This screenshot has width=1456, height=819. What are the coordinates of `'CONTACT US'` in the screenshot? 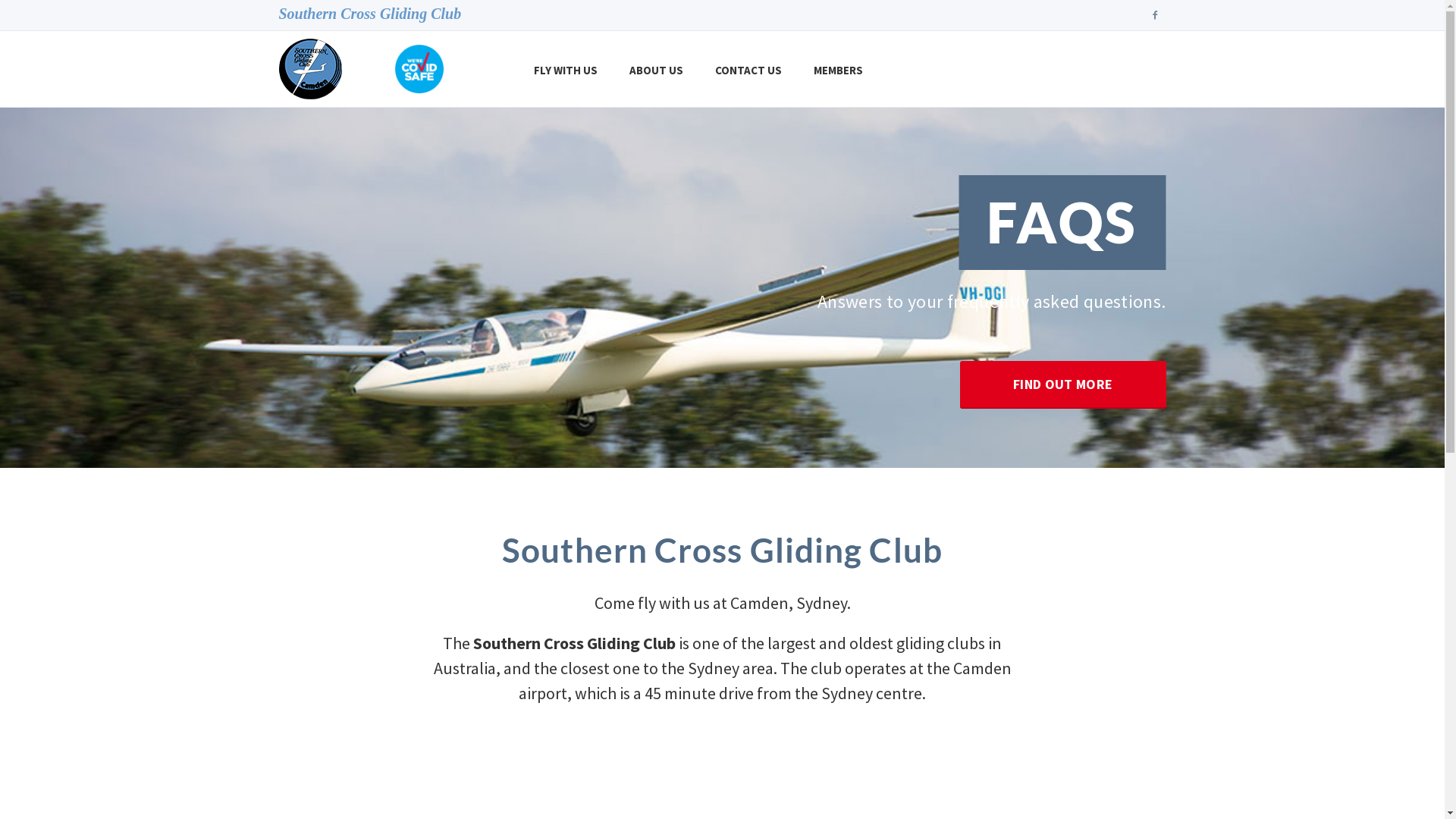 It's located at (748, 69).